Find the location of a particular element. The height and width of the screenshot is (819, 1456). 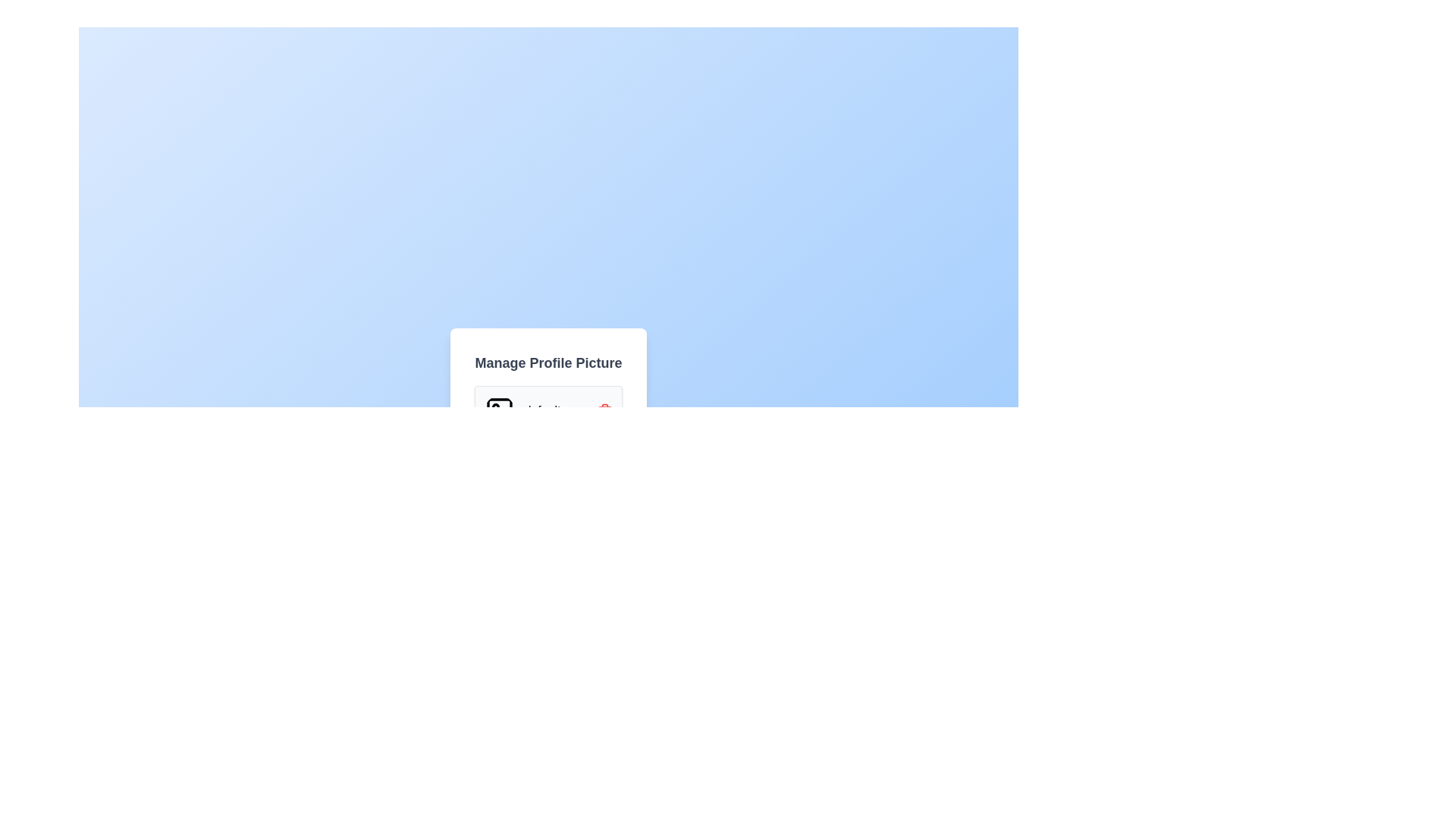

the image preview labeled 'default.png' located in the 'Manage Profile Picture' section is located at coordinates (548, 411).